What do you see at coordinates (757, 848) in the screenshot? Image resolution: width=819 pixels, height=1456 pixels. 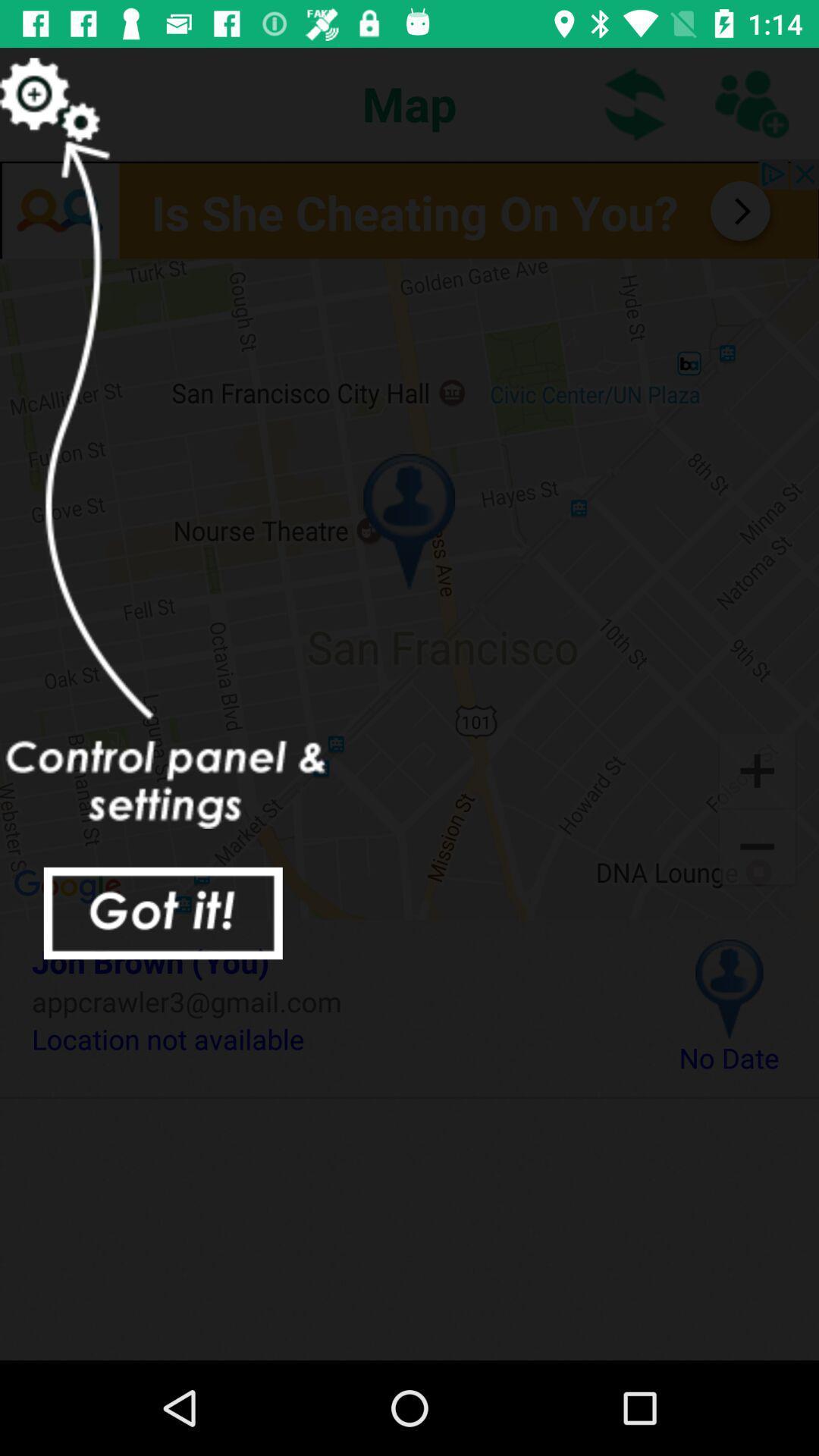 I see `the minus icon` at bounding box center [757, 848].